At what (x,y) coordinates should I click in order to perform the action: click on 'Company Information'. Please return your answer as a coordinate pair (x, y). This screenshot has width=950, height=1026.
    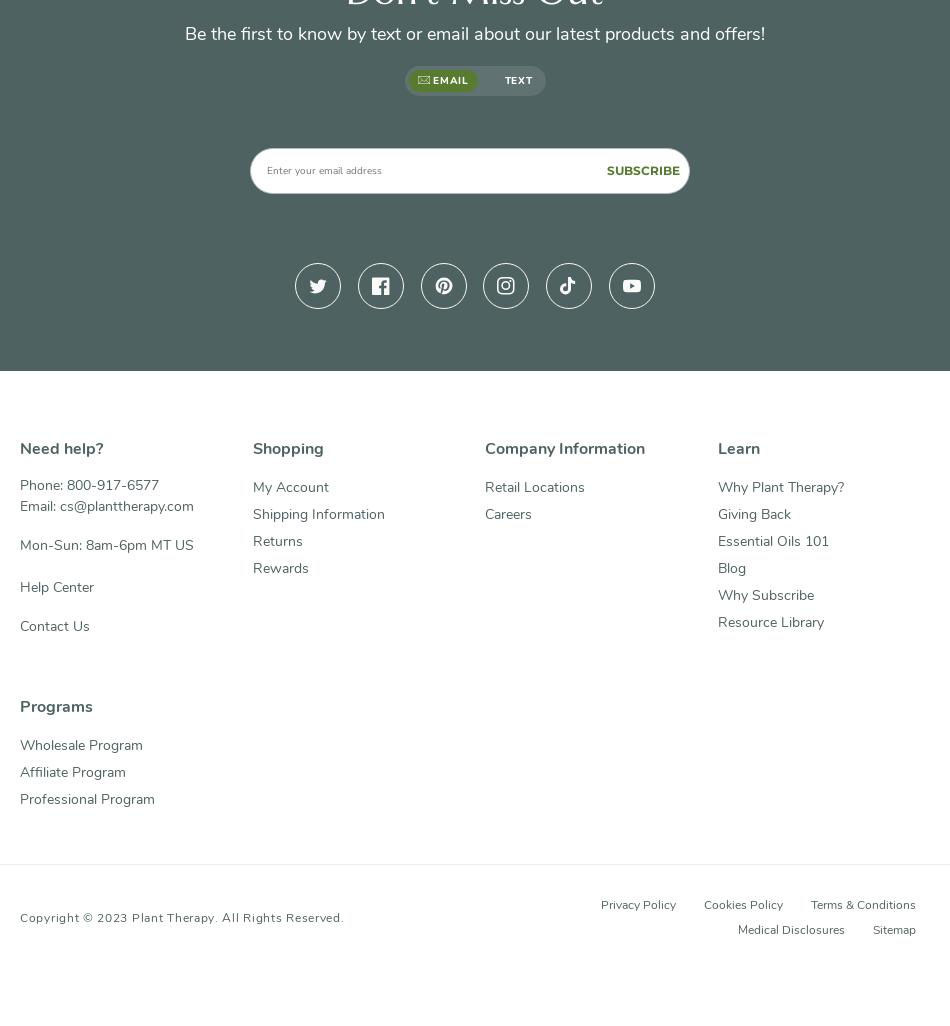
    Looking at the image, I should click on (564, 448).